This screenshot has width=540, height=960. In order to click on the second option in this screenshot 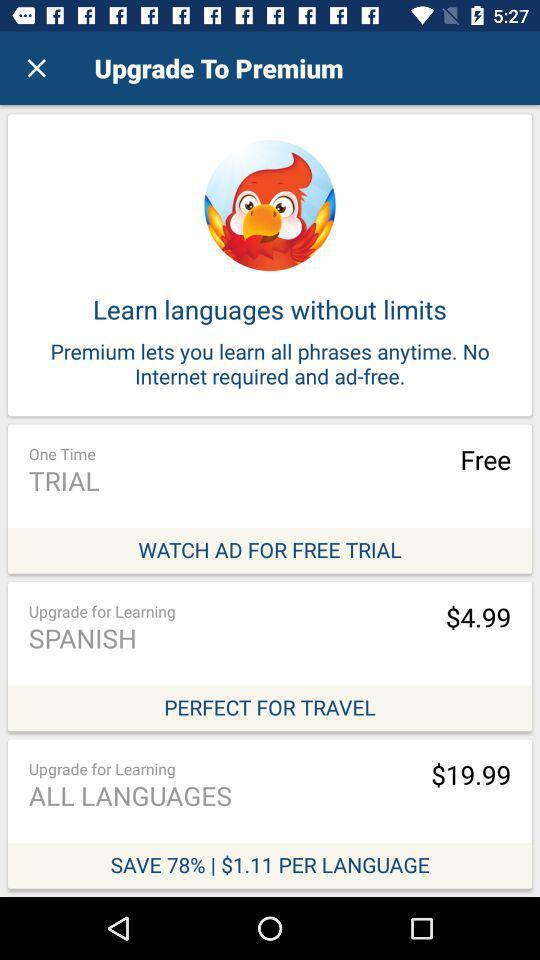, I will do `click(270, 655)`.